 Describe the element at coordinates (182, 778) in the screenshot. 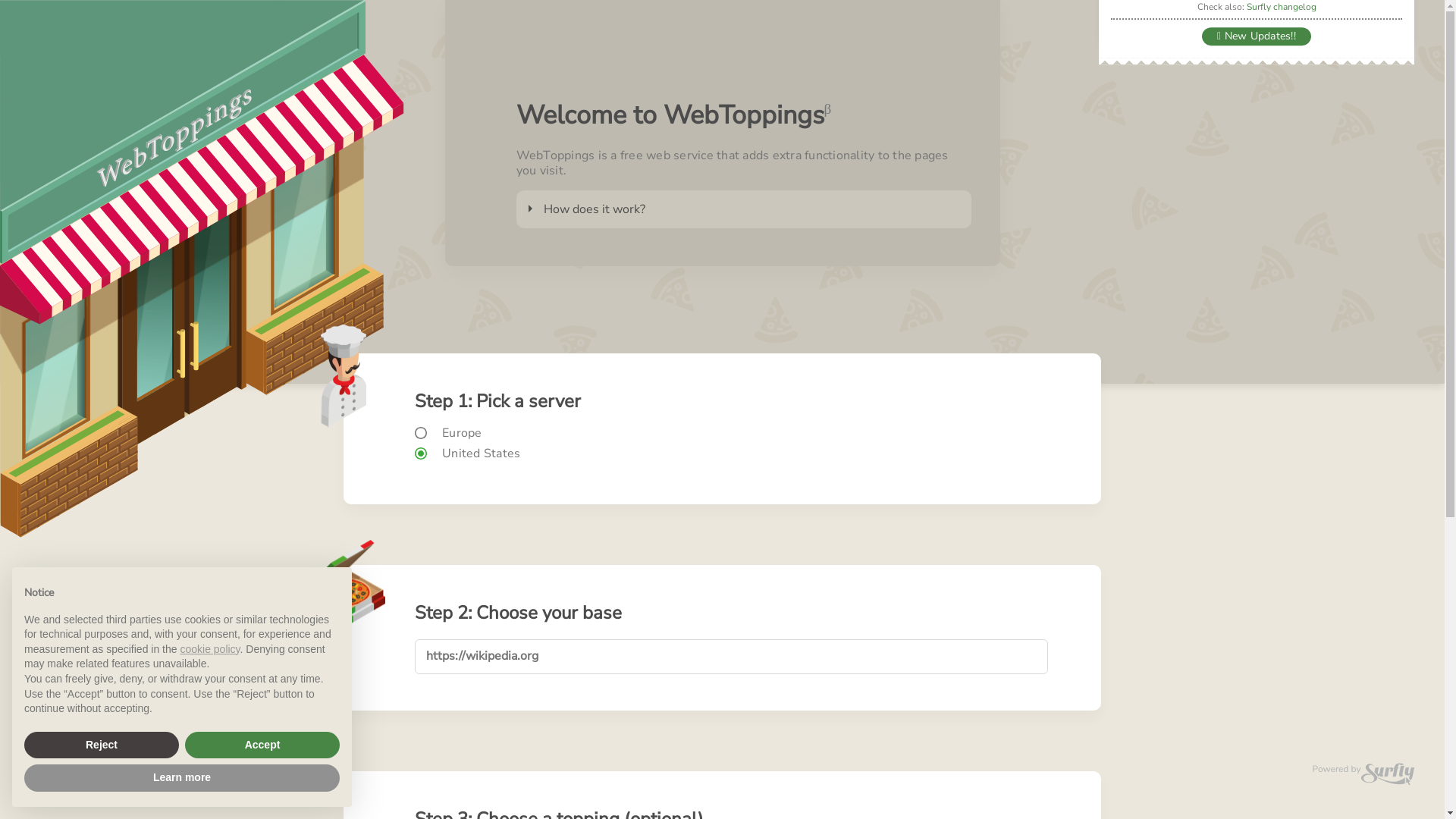

I see `'Learn more'` at that location.